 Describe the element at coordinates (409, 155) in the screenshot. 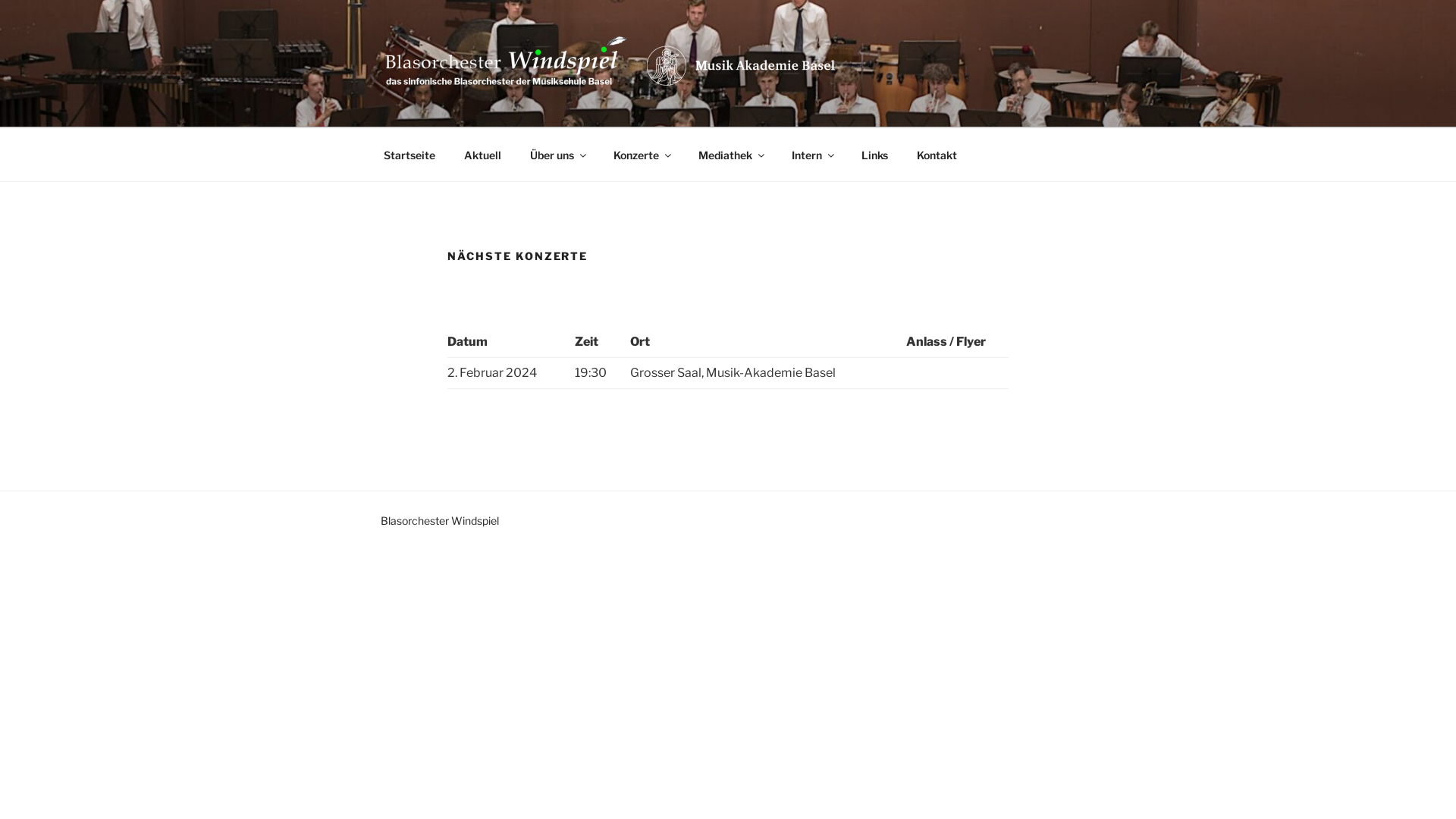

I see `'Startseite'` at that location.